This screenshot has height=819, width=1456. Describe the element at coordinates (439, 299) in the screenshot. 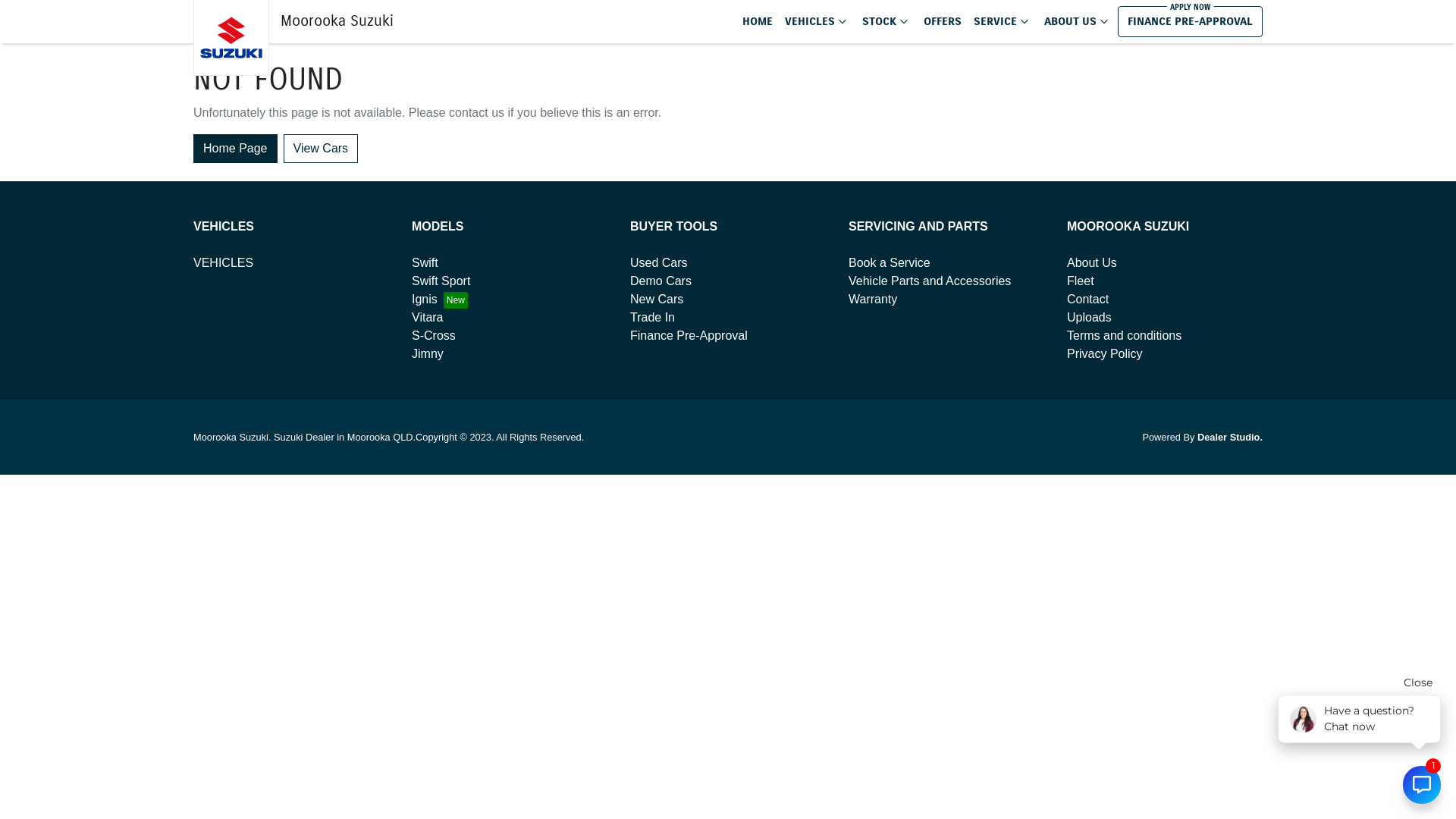

I see `'Ignis'` at that location.